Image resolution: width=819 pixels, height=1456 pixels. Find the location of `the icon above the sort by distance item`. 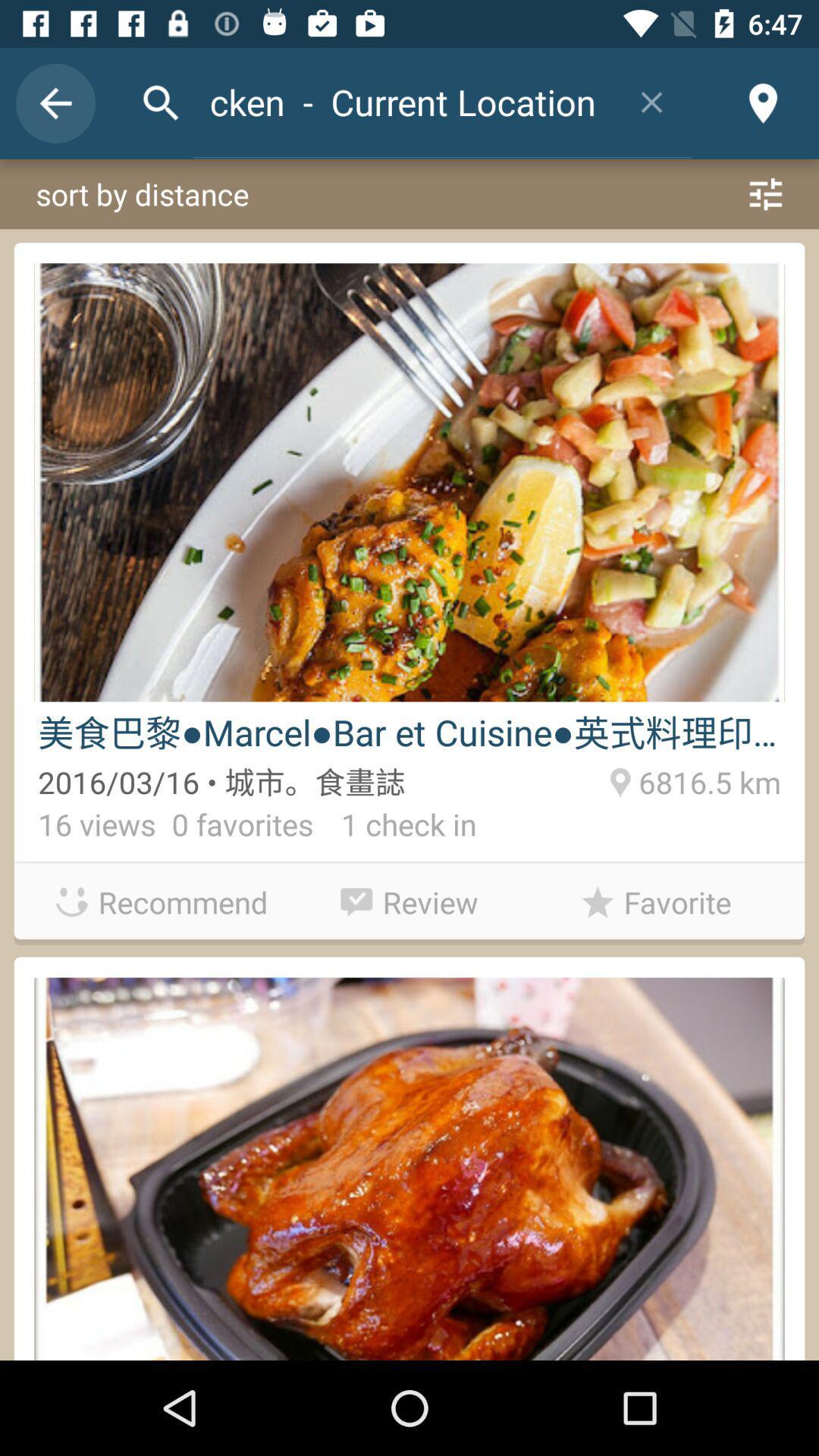

the icon above the sort by distance item is located at coordinates (651, 101).